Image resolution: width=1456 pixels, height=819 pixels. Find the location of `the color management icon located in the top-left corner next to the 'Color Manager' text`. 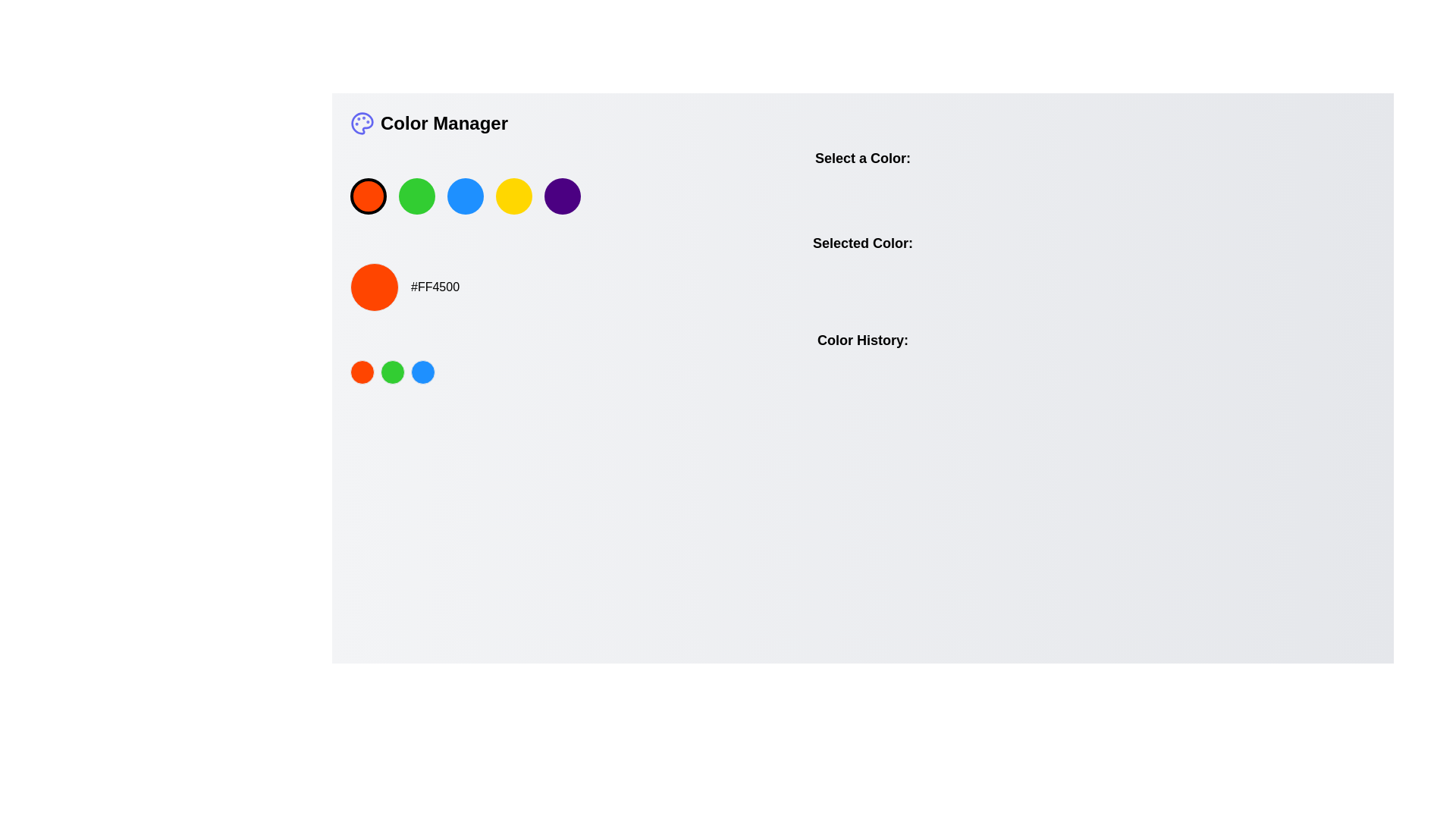

the color management icon located in the top-left corner next to the 'Color Manager' text is located at coordinates (362, 122).